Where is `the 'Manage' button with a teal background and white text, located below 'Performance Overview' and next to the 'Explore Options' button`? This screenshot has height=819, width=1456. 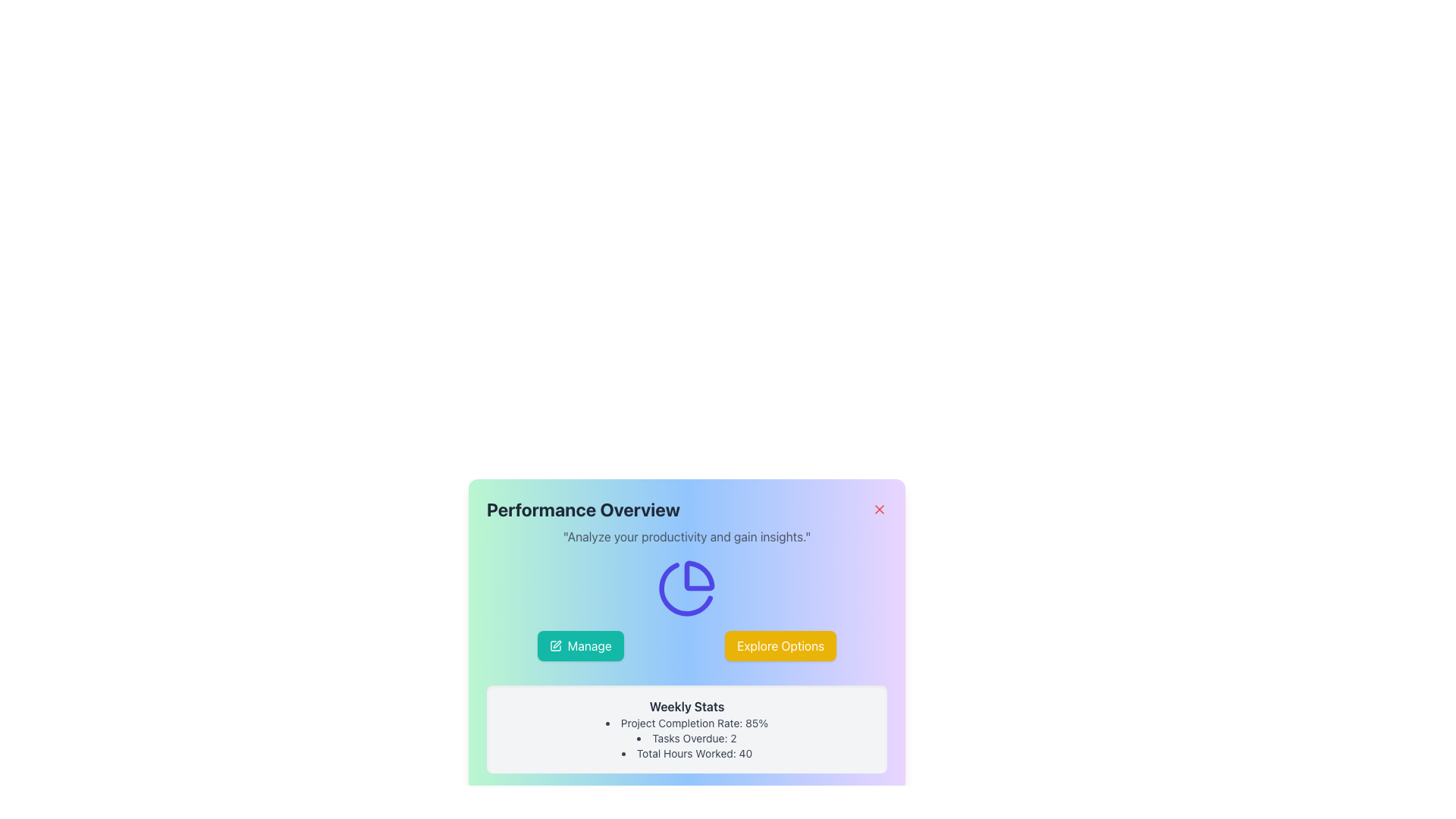 the 'Manage' button with a teal background and white text, located below 'Performance Overview' and next to the 'Explore Options' button is located at coordinates (579, 646).